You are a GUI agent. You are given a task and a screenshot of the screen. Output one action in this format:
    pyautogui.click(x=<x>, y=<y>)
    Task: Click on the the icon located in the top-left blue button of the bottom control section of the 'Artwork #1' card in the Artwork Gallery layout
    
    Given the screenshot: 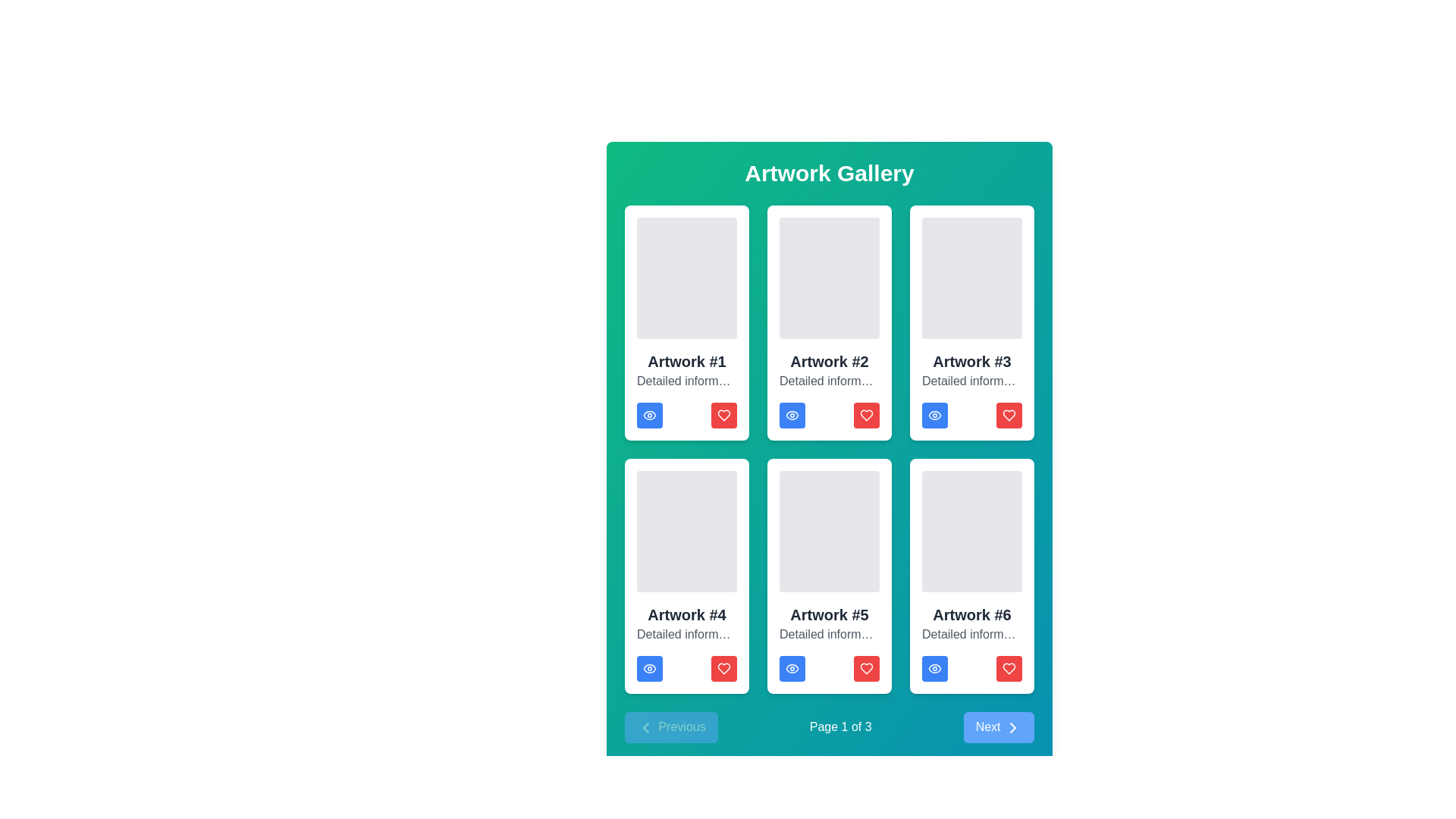 What is the action you would take?
    pyautogui.click(x=650, y=415)
    